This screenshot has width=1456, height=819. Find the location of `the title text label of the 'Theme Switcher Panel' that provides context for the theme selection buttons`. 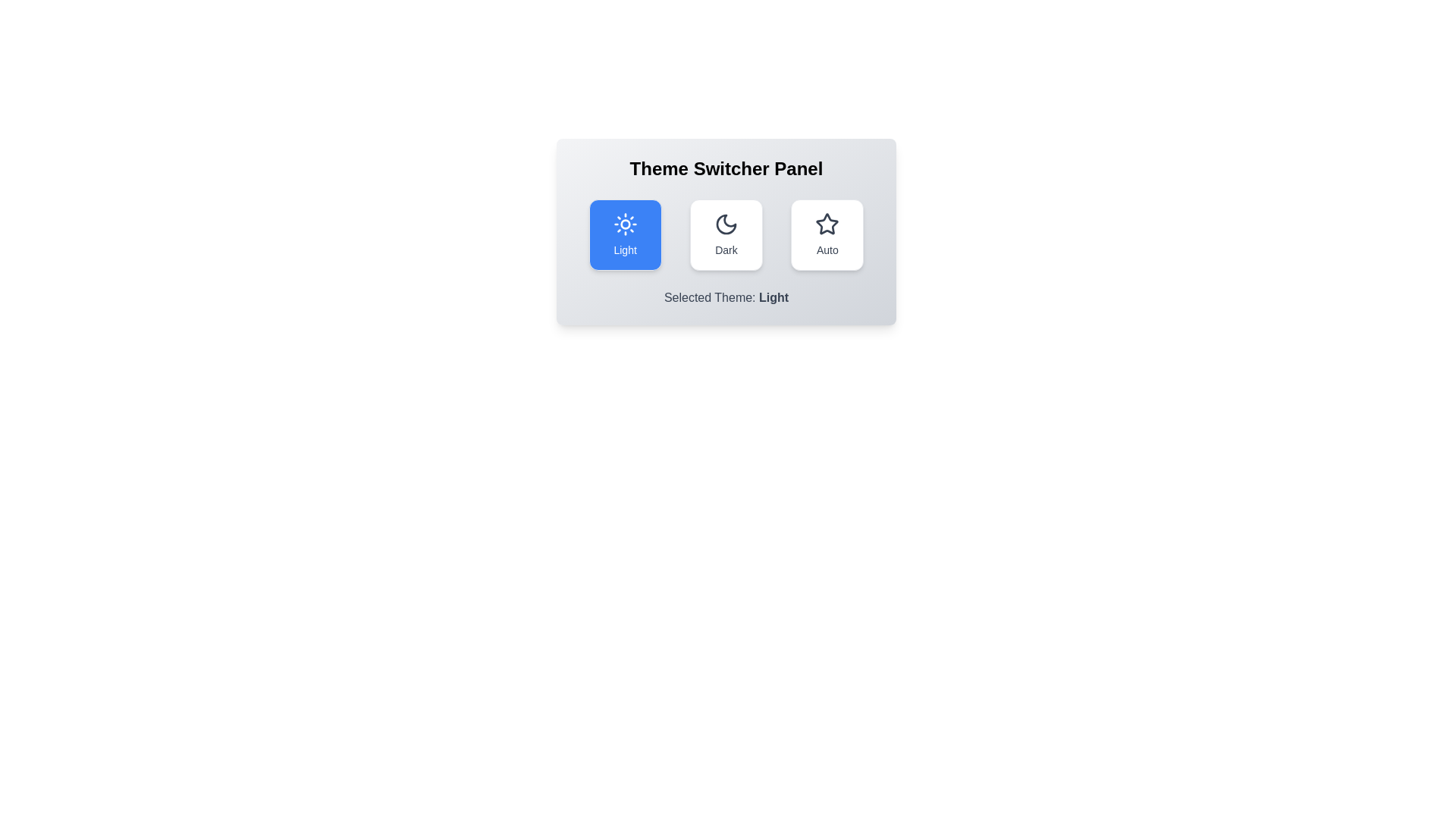

the title text label of the 'Theme Switcher Panel' that provides context for the theme selection buttons is located at coordinates (726, 169).